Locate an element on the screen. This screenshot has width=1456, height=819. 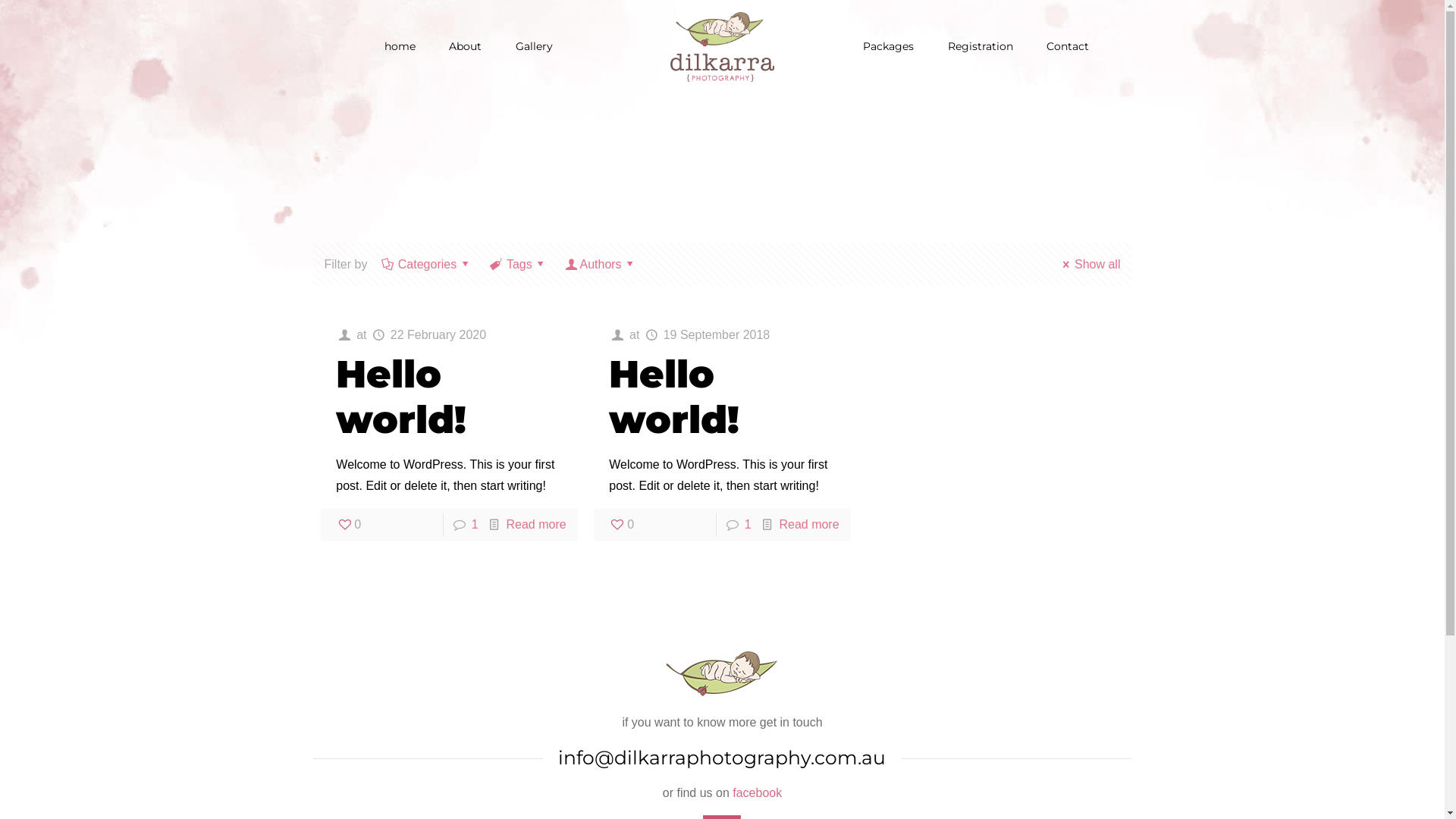
'0' is located at coordinates (621, 523).